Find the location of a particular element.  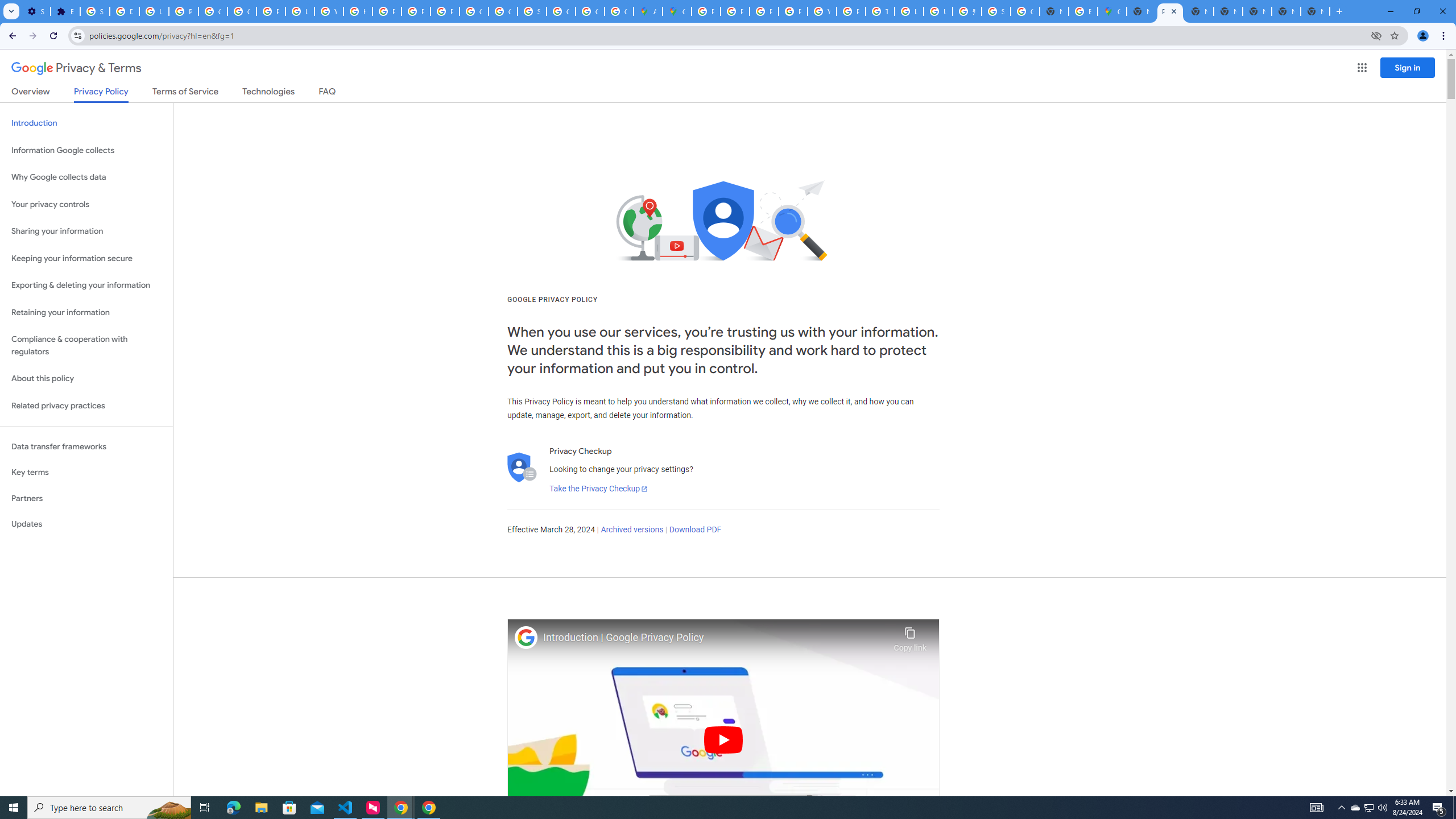

'Compliance & cooperation with regulators' is located at coordinates (86, 346).